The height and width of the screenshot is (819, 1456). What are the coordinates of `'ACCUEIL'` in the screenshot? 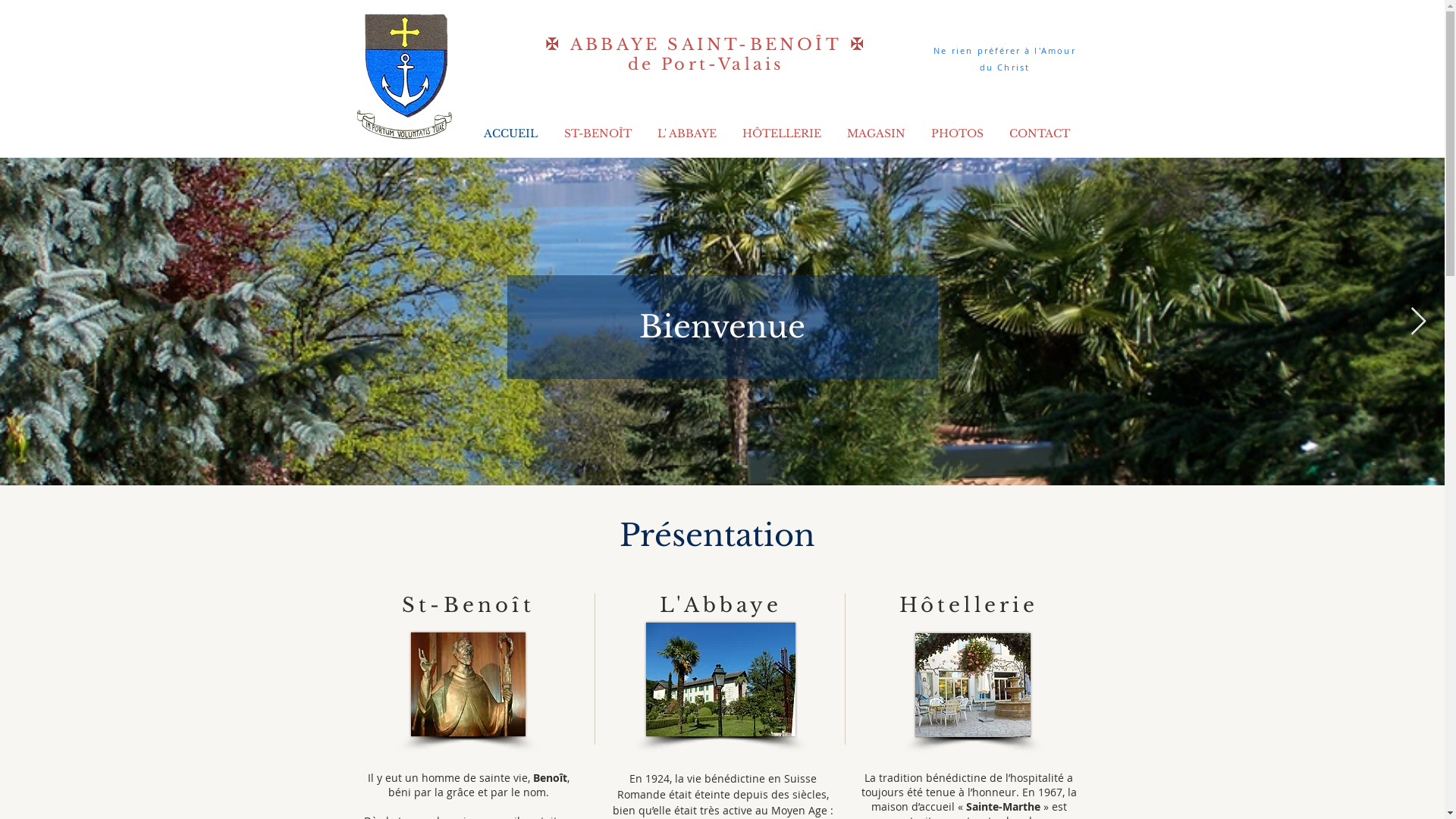 It's located at (469, 133).